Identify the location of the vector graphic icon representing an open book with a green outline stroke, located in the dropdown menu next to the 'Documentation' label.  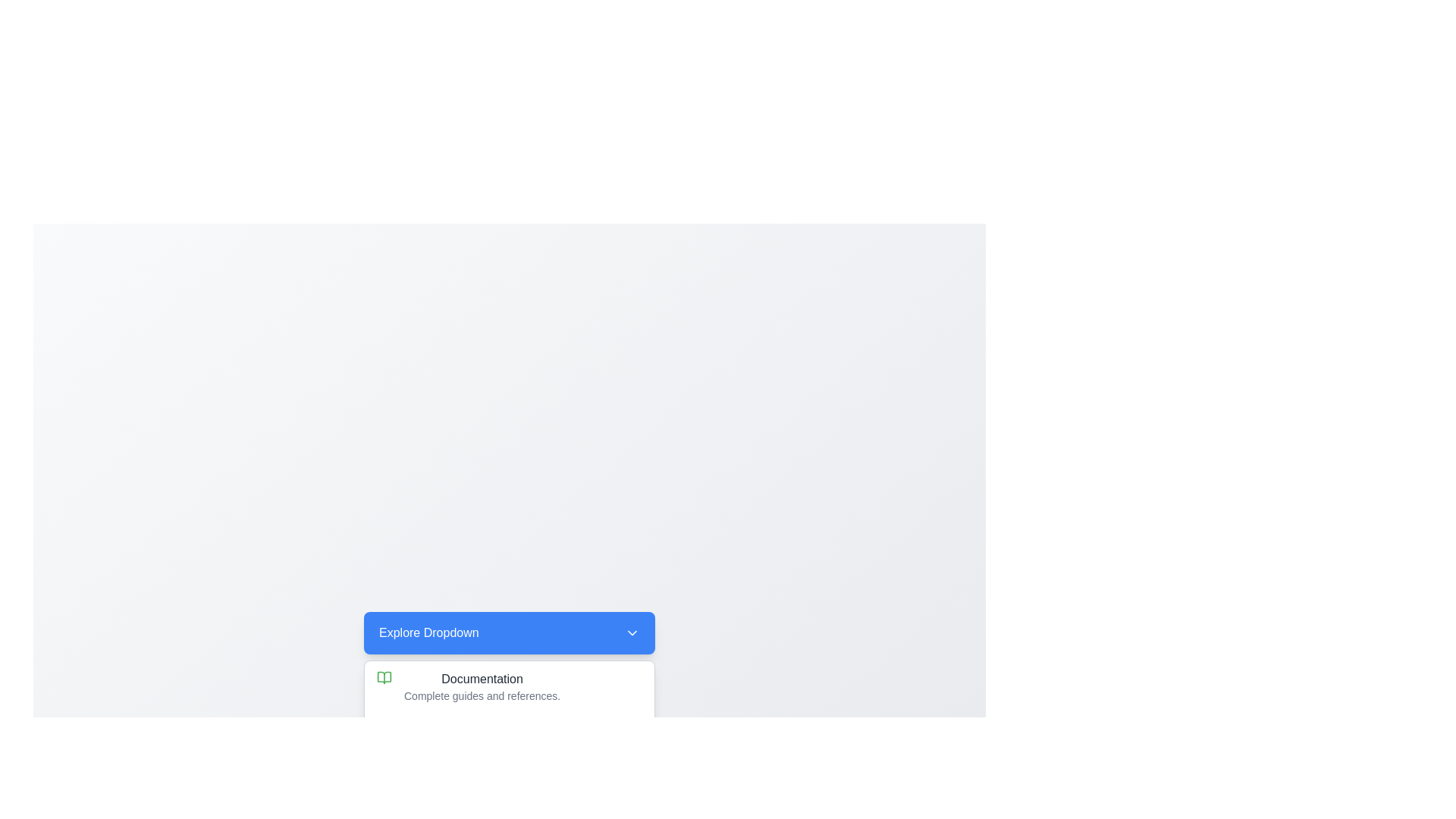
(384, 677).